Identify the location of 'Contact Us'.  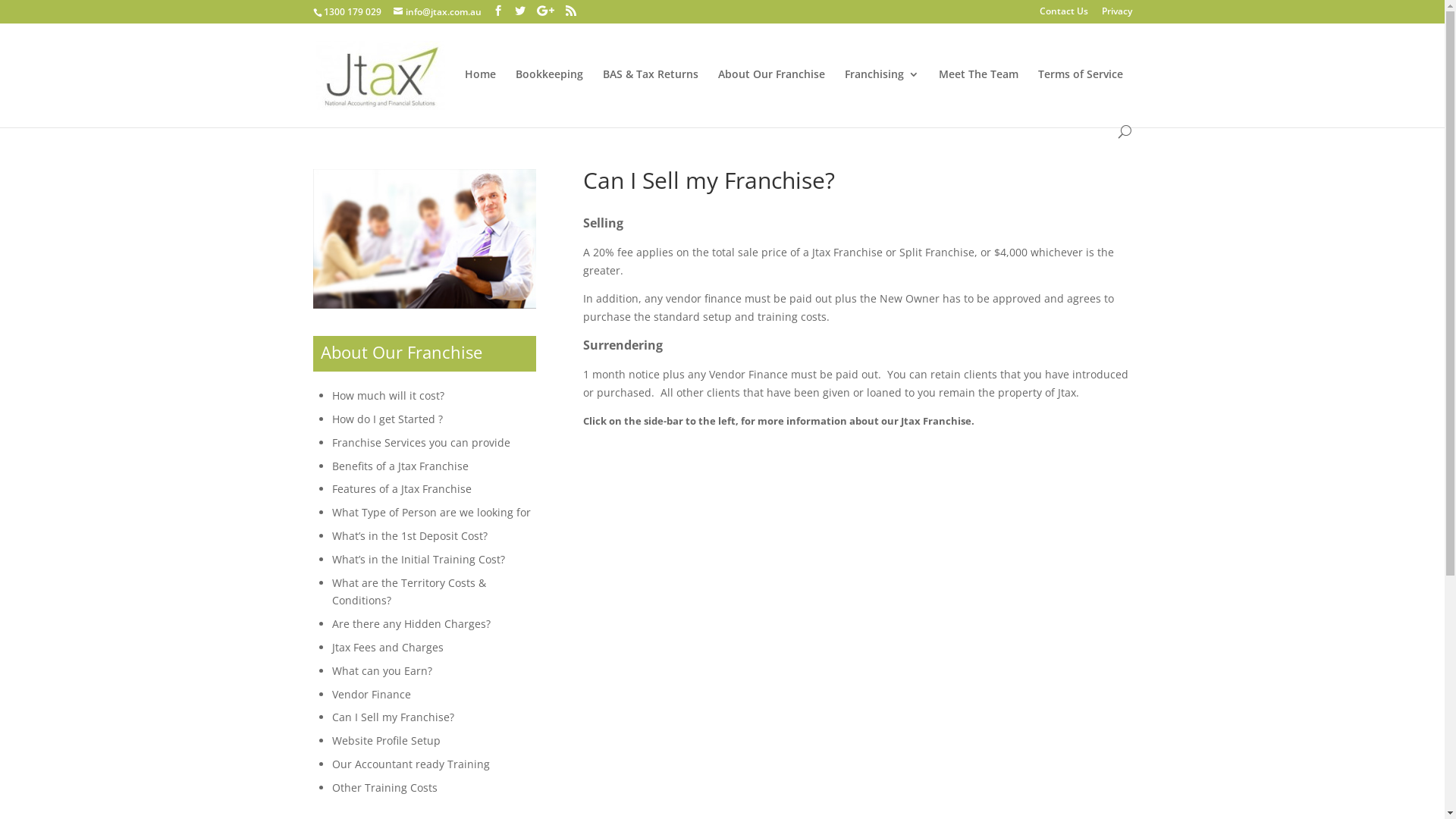
(1062, 14).